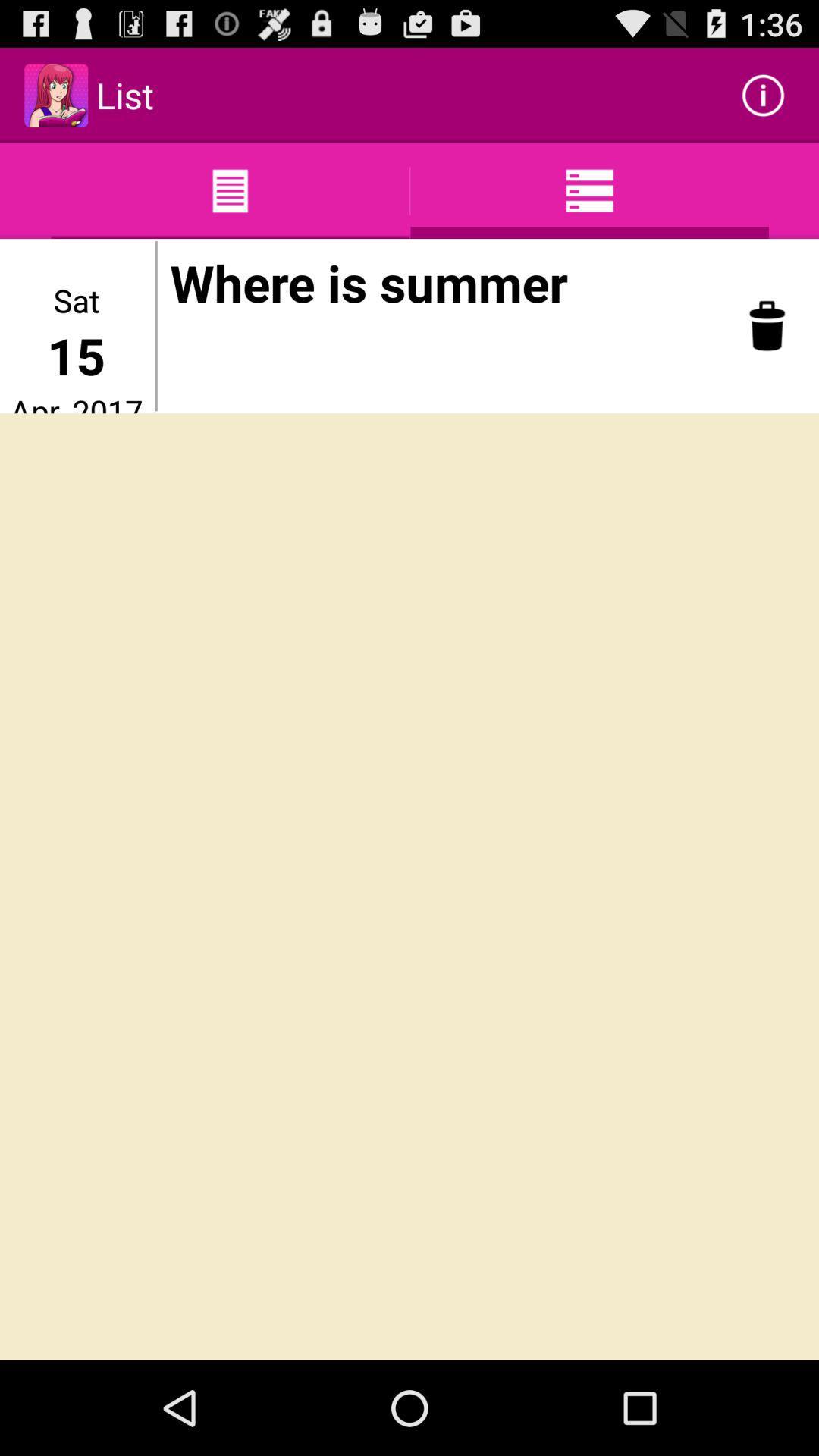 The image size is (819, 1456). What do you see at coordinates (76, 401) in the screenshot?
I see `item below the 15` at bounding box center [76, 401].